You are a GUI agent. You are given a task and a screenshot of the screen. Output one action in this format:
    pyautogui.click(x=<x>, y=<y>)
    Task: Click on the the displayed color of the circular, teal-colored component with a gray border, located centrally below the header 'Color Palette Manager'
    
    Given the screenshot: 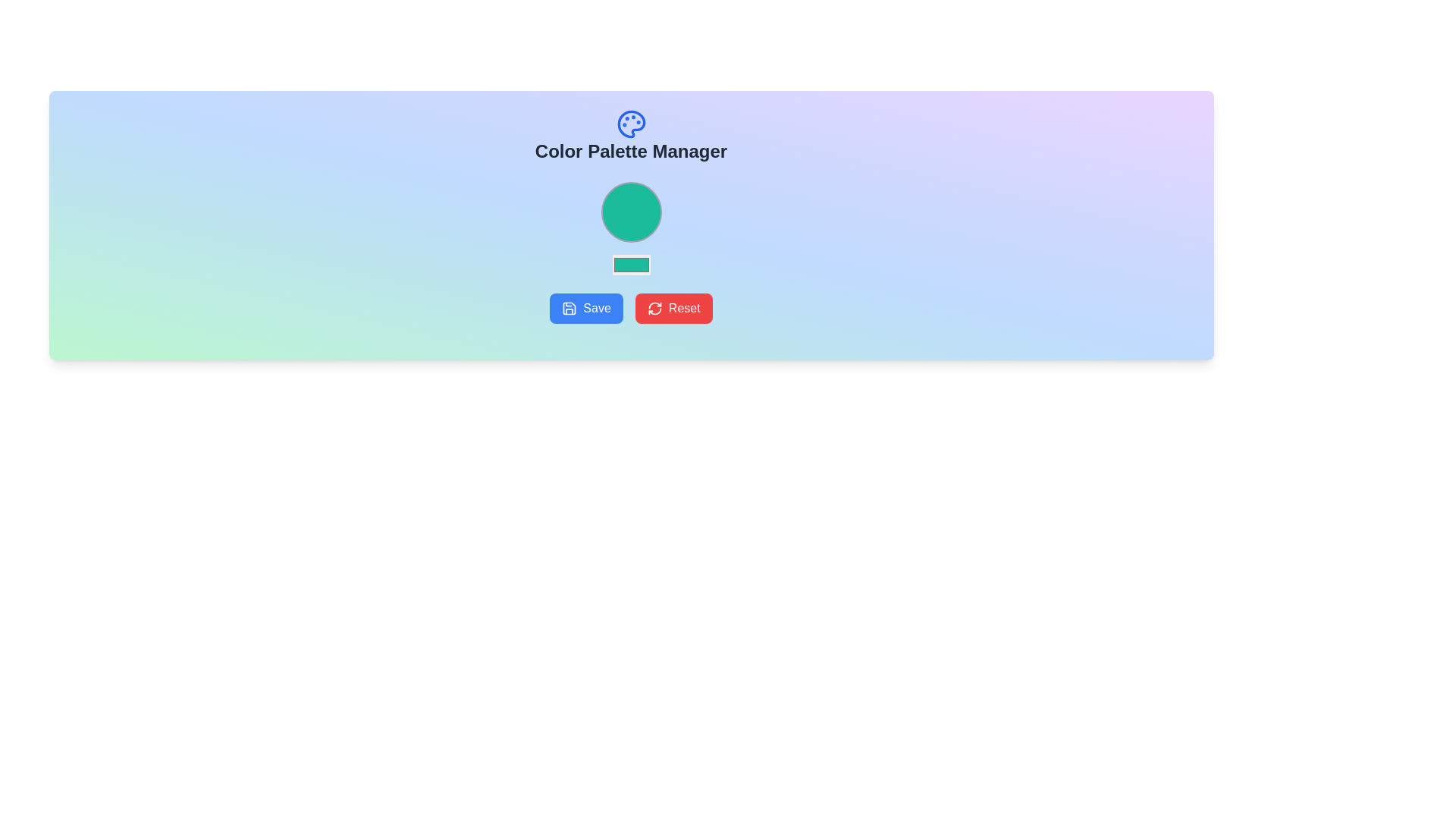 What is the action you would take?
    pyautogui.click(x=631, y=212)
    